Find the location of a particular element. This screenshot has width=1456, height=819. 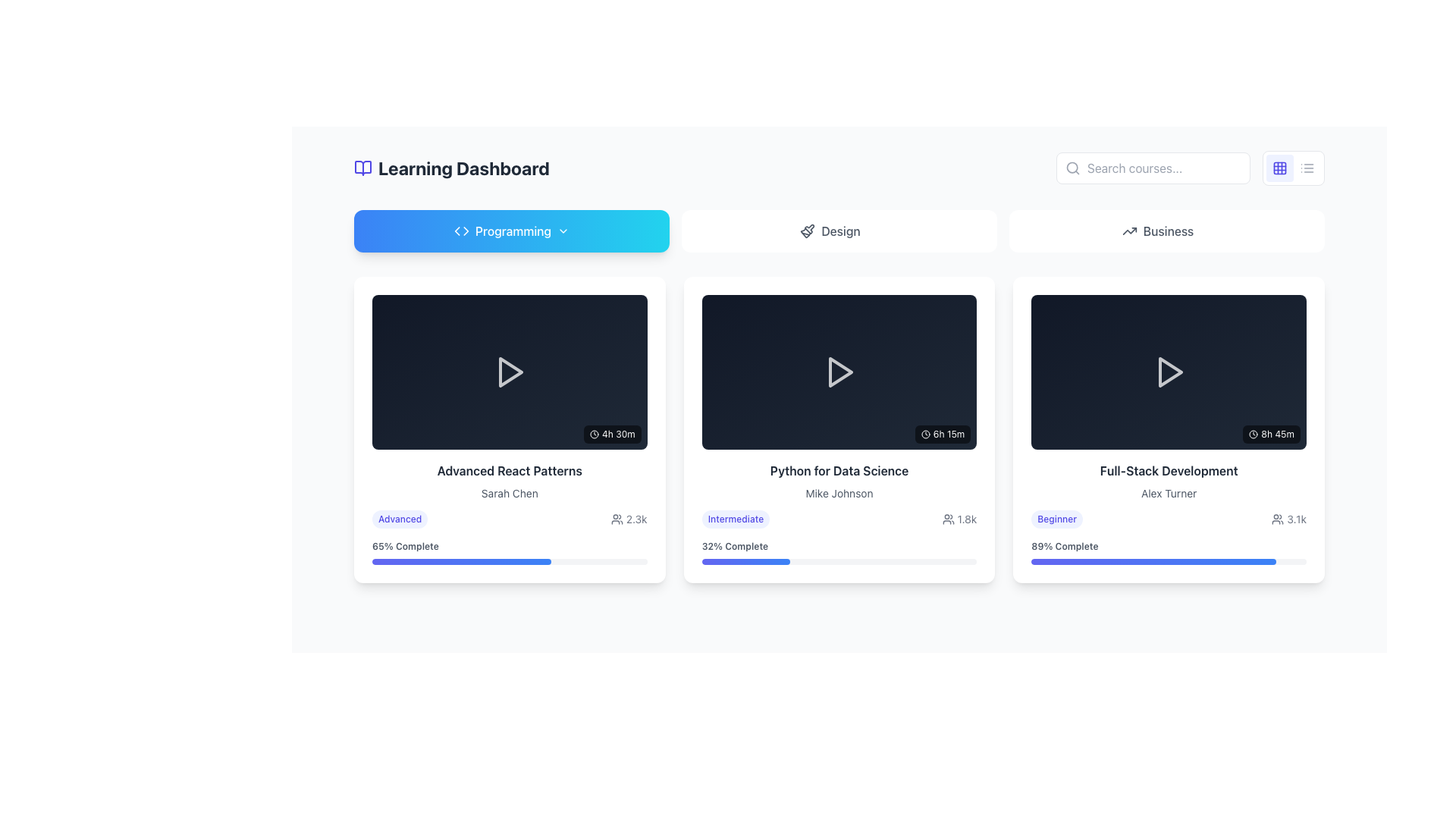

the triangular play button located at the center of the video thumbnail on the 'Full-Stack Development' card in the Learning Dashboard to change its opacity is located at coordinates (1168, 372).